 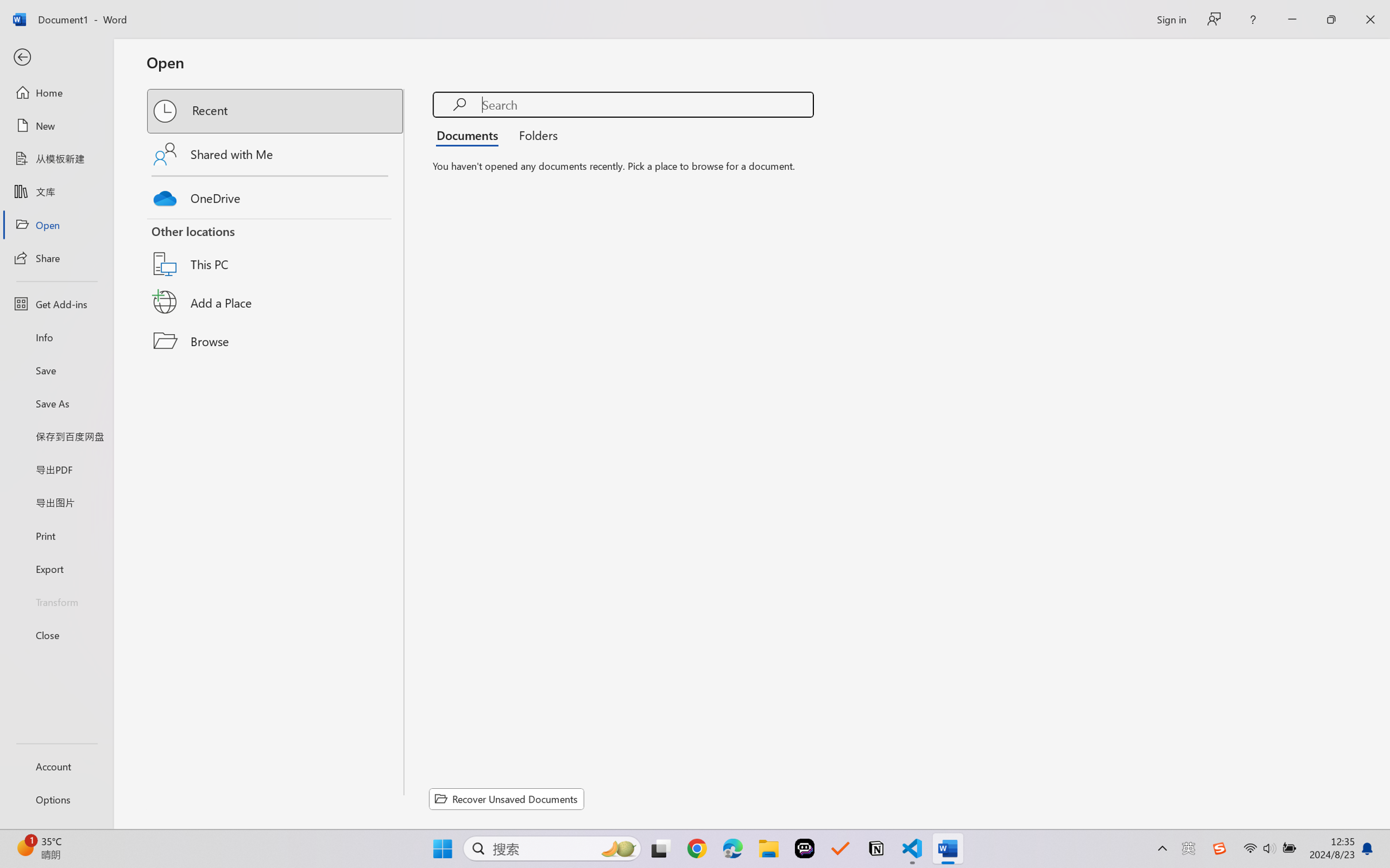 What do you see at coordinates (276, 195) in the screenshot?
I see `'OneDrive'` at bounding box center [276, 195].